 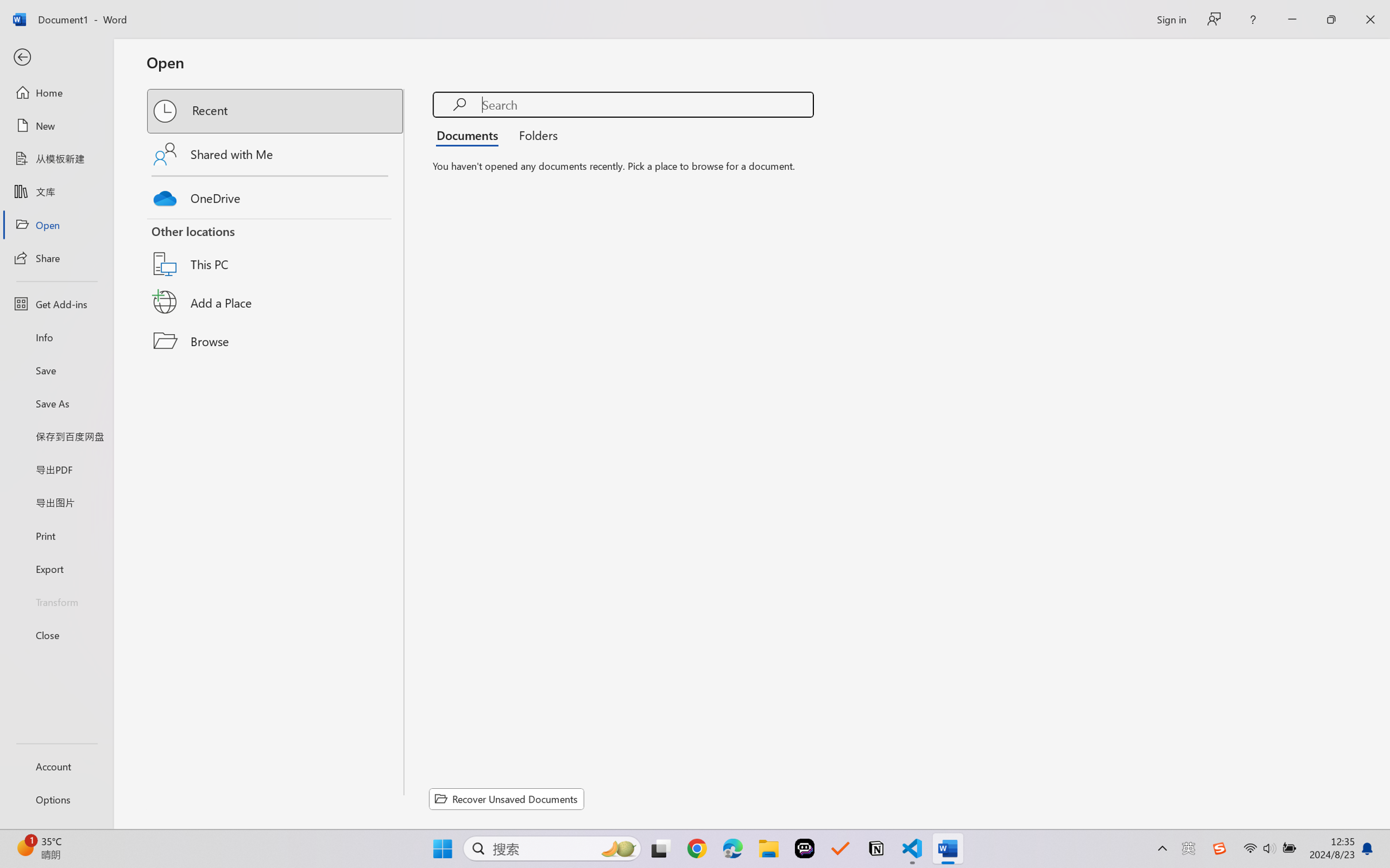 What do you see at coordinates (276, 195) in the screenshot?
I see `'OneDrive'` at bounding box center [276, 195].